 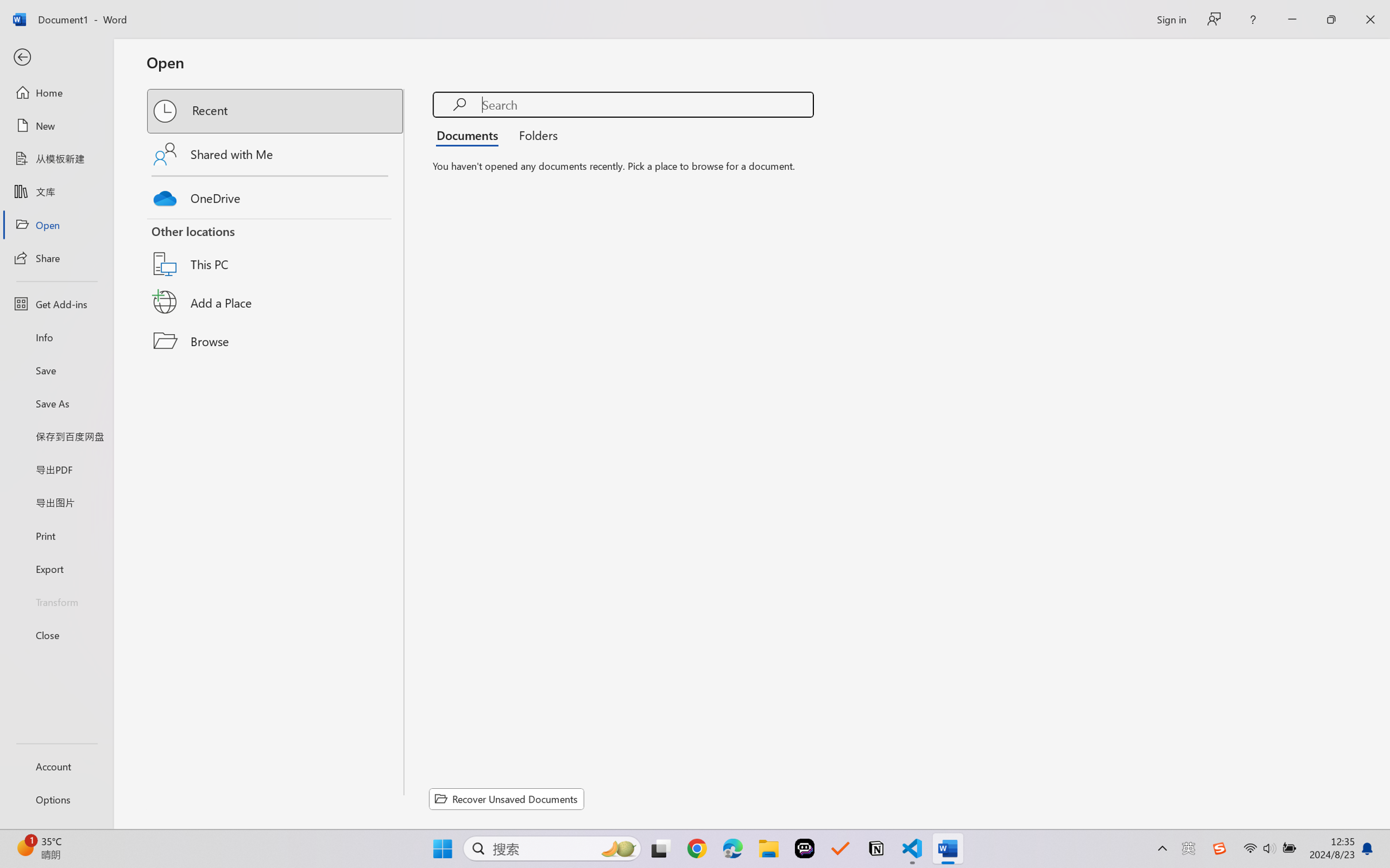 What do you see at coordinates (276, 195) in the screenshot?
I see `'OneDrive'` at bounding box center [276, 195].